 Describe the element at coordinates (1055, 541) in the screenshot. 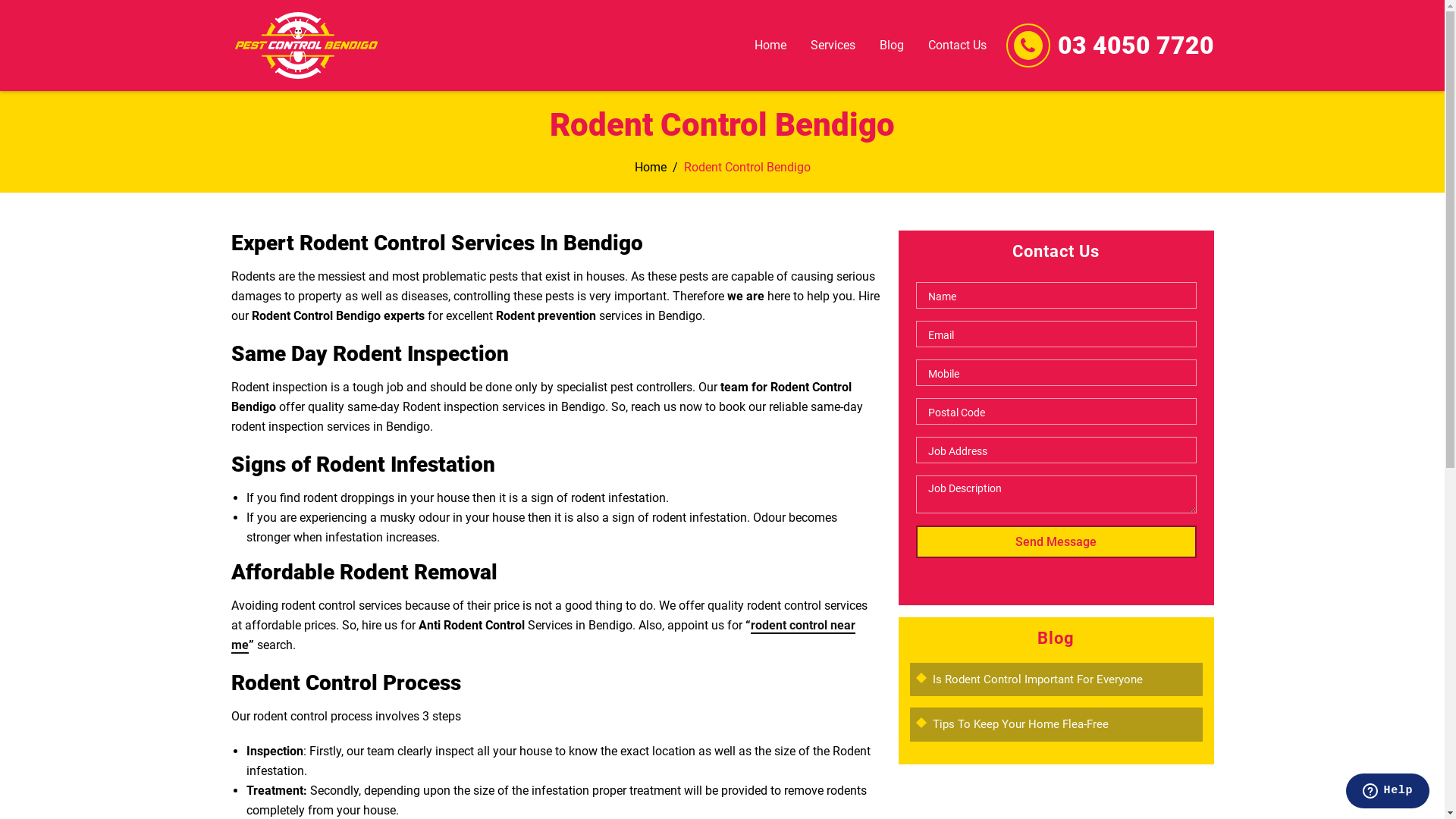

I see `'Send Message'` at that location.